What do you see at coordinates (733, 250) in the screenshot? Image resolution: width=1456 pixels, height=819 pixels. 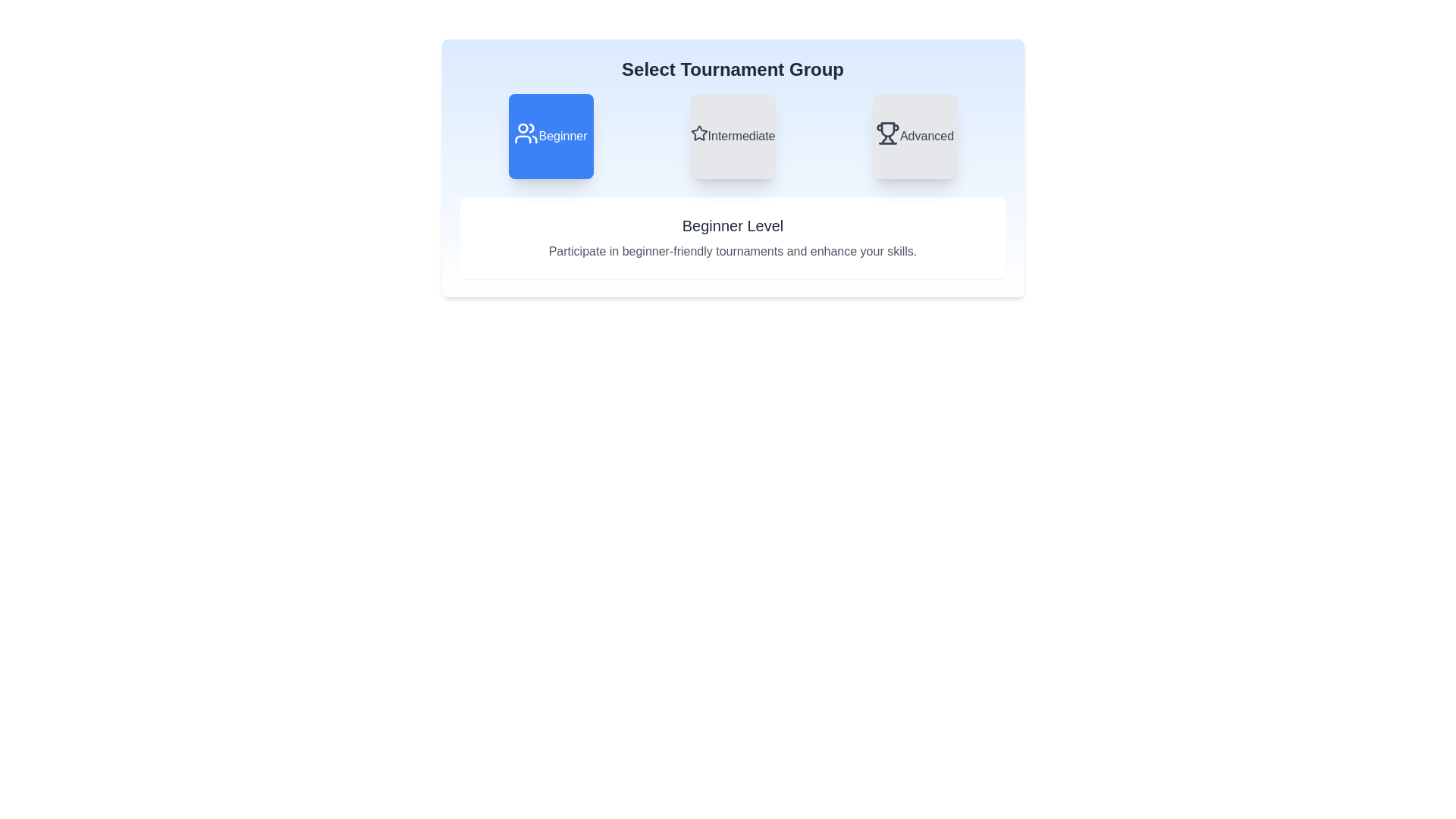 I see `the text display that provides additional descriptive information for the 'Beginner Level' section, located directly below the 'Beginner Level' title` at bounding box center [733, 250].